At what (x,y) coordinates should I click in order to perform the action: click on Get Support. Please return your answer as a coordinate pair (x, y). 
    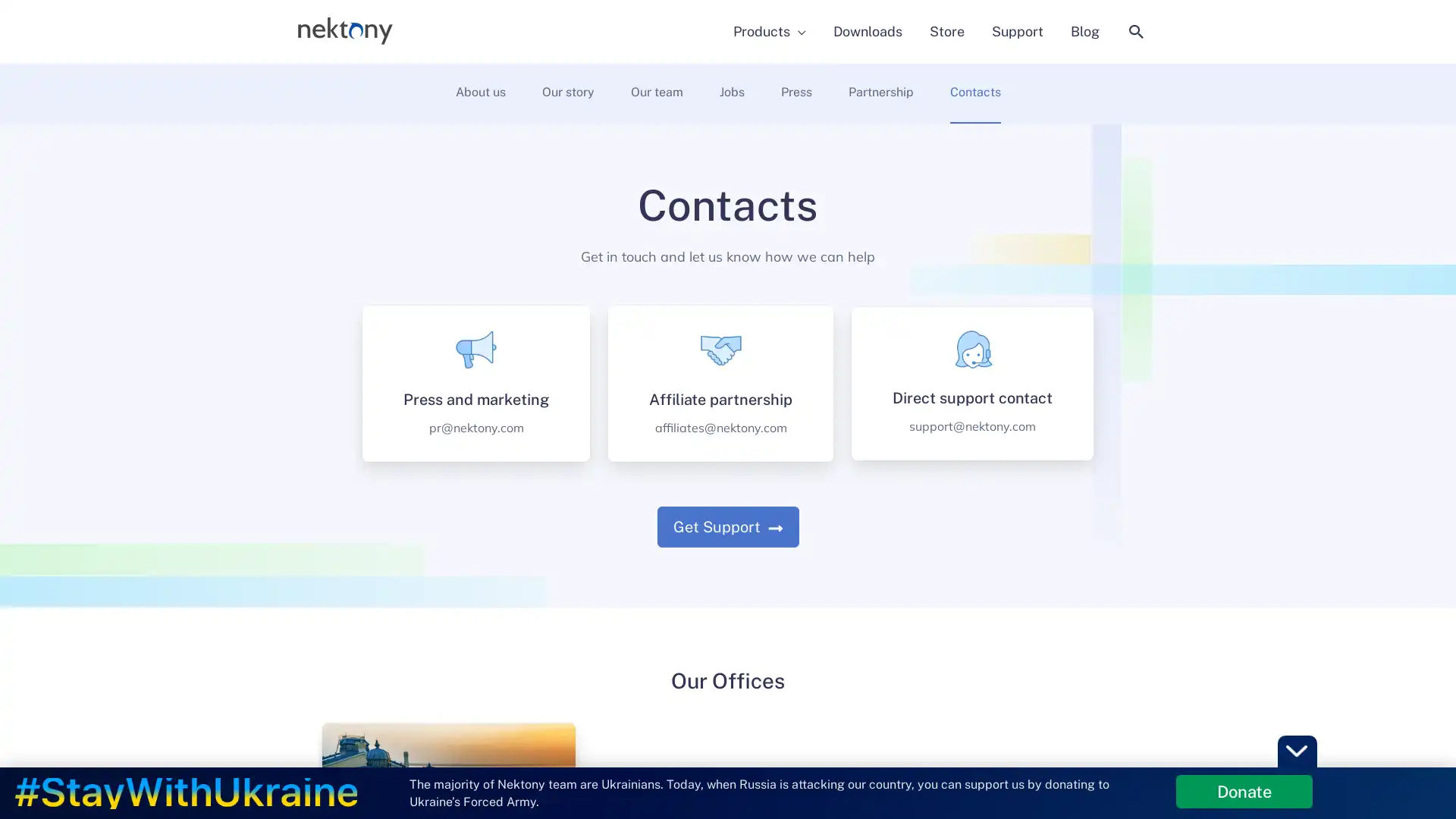
    Looking at the image, I should click on (726, 526).